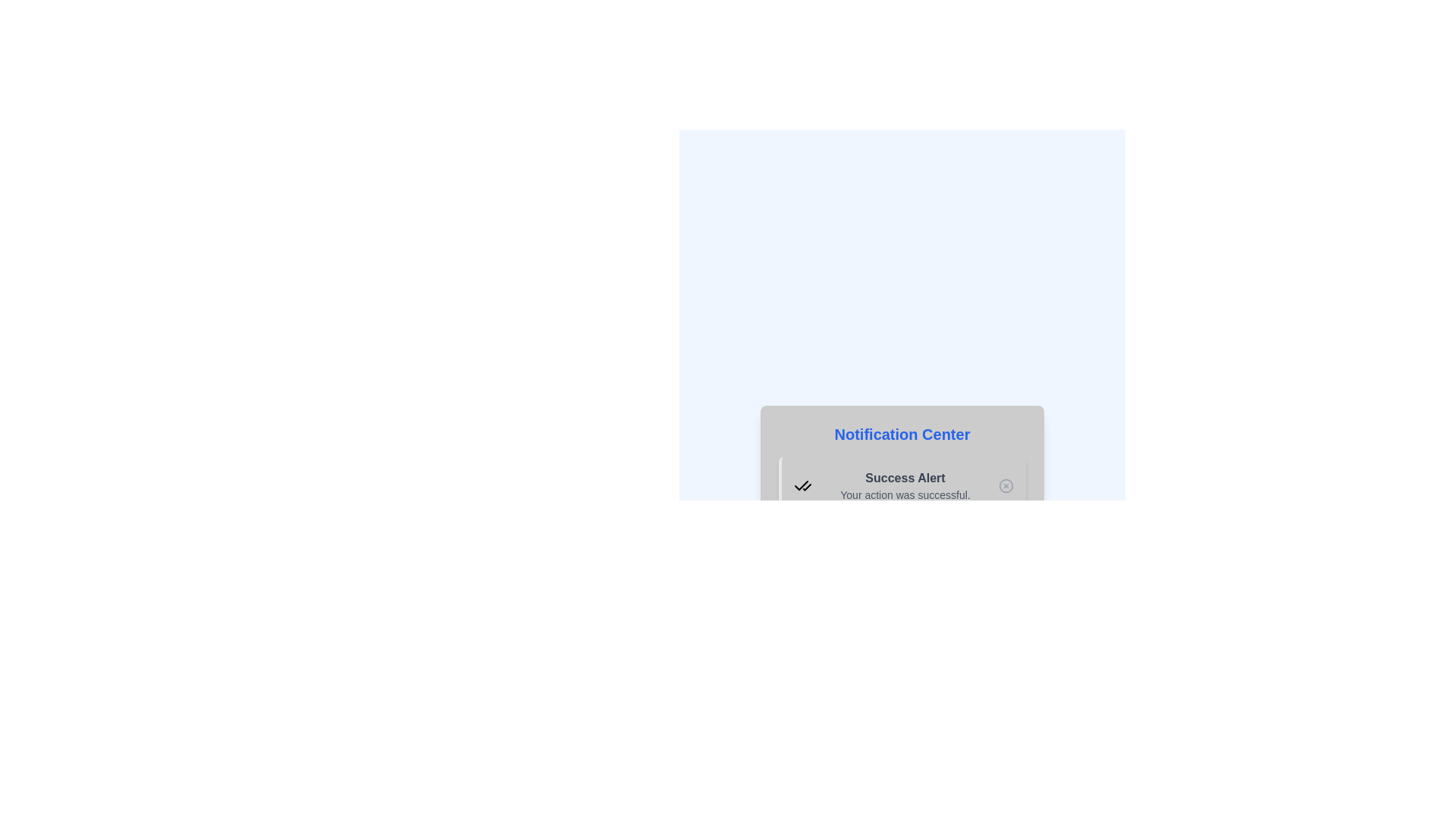  I want to click on text label displaying 'Your action was successful.' which is styled in gray and located below the title 'Success Alert' in the notification structure, so click(905, 494).